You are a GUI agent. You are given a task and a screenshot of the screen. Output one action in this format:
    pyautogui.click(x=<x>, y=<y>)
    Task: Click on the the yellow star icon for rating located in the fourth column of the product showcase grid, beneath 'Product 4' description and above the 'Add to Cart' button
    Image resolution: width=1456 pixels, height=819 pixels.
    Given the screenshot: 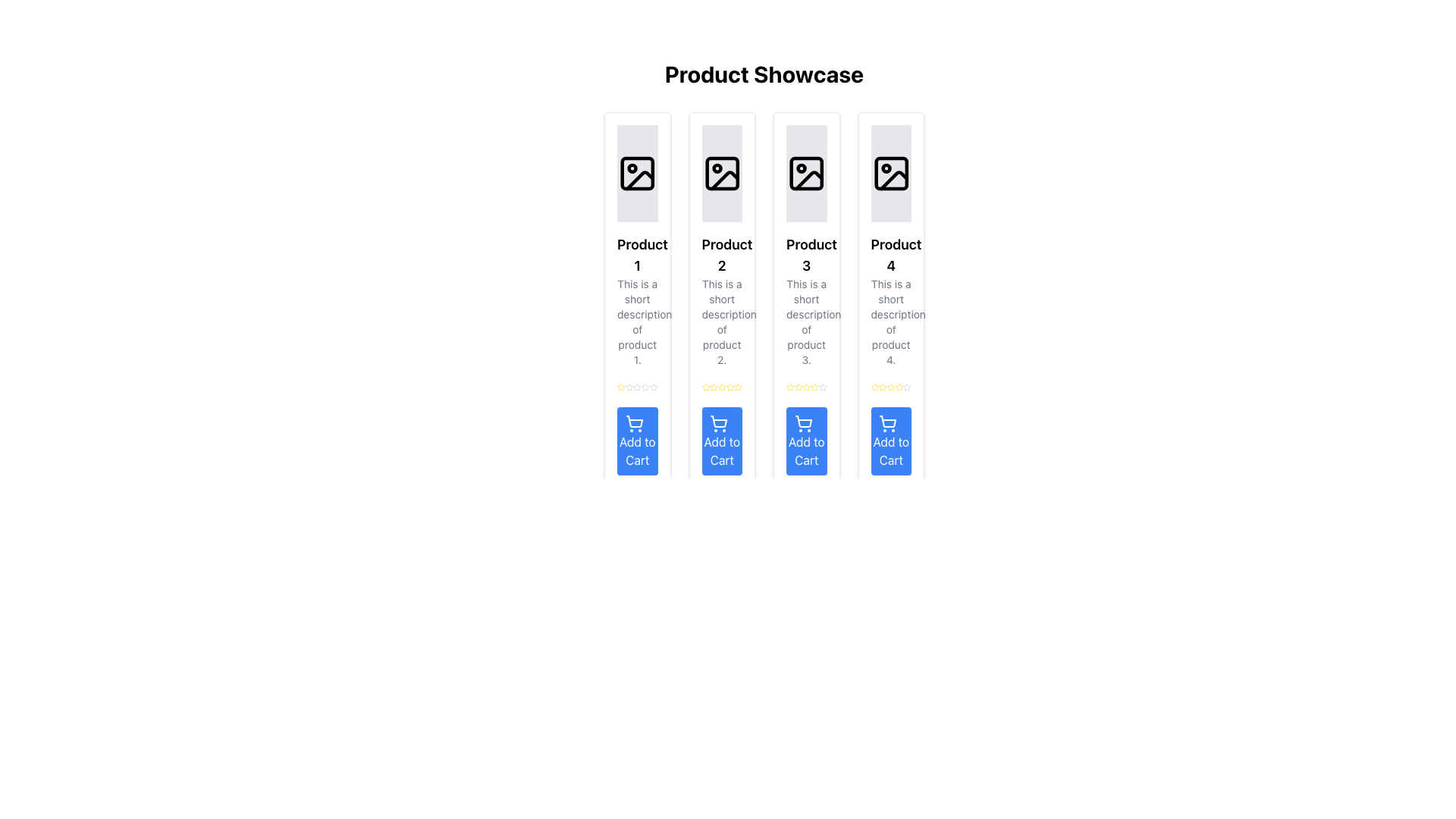 What is the action you would take?
    pyautogui.click(x=883, y=386)
    